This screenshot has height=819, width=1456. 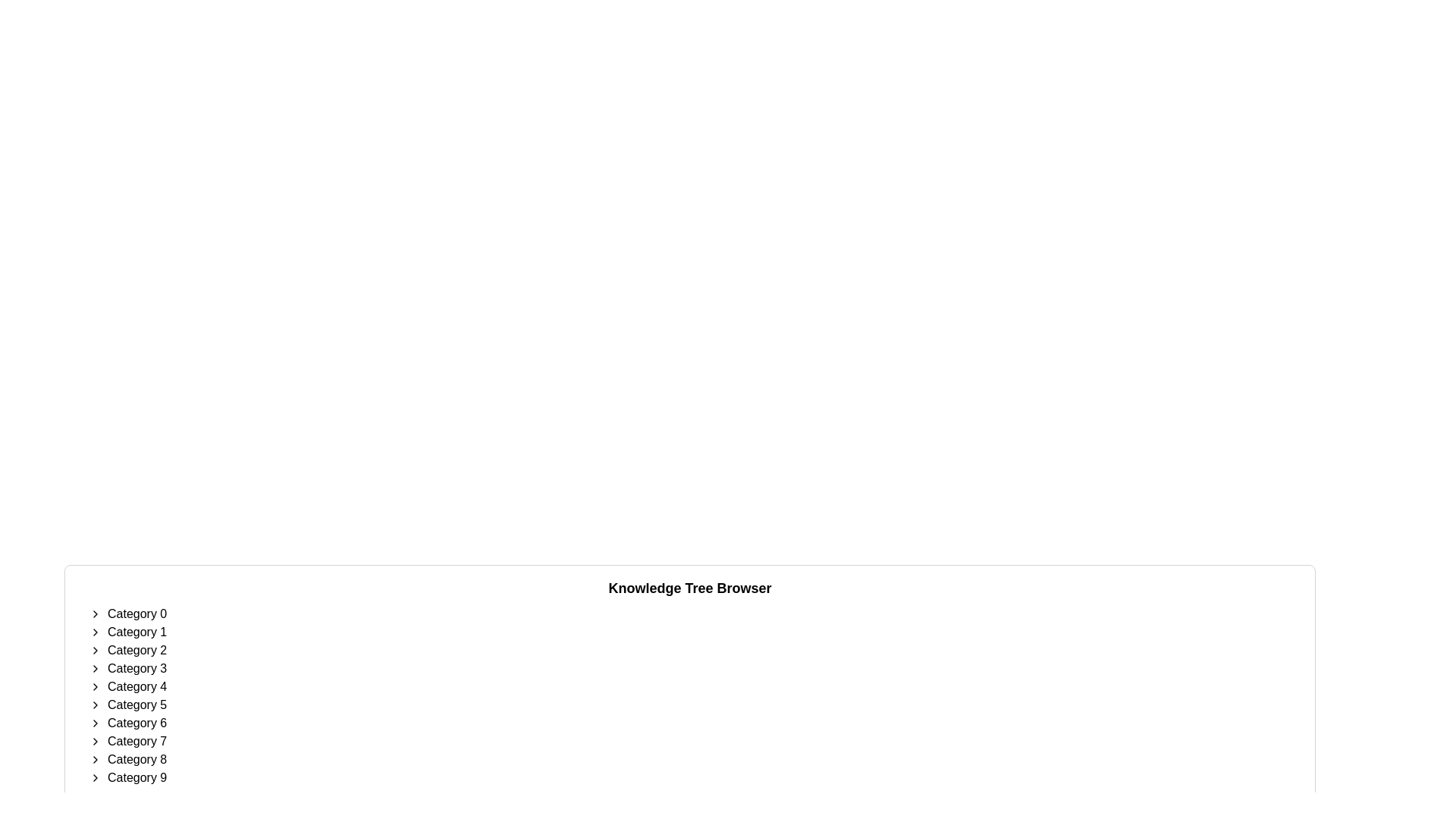 I want to click on the Icon (navigation indicator), so click(x=94, y=741).